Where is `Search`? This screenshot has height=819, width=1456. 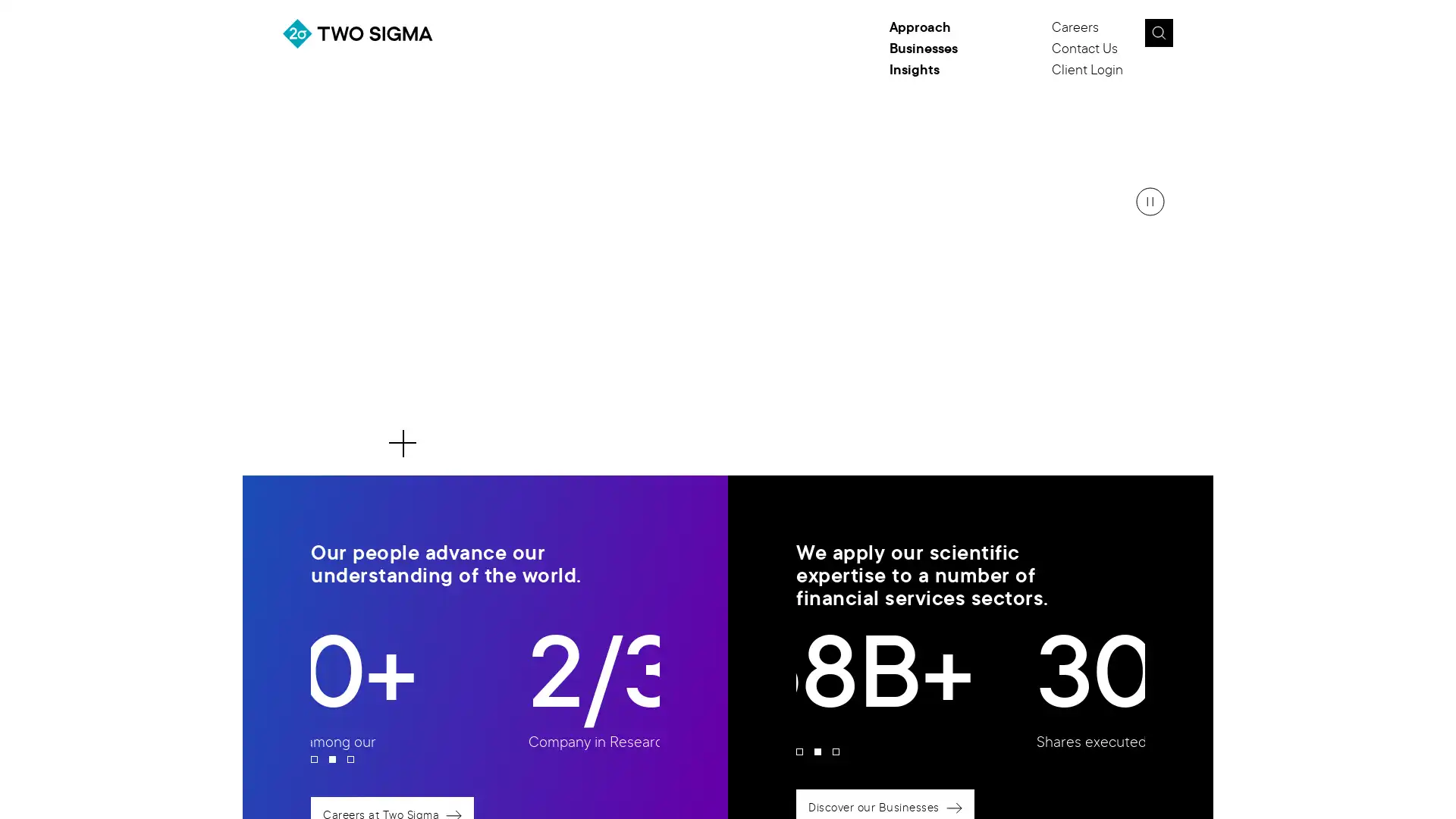 Search is located at coordinates (1193, 37).